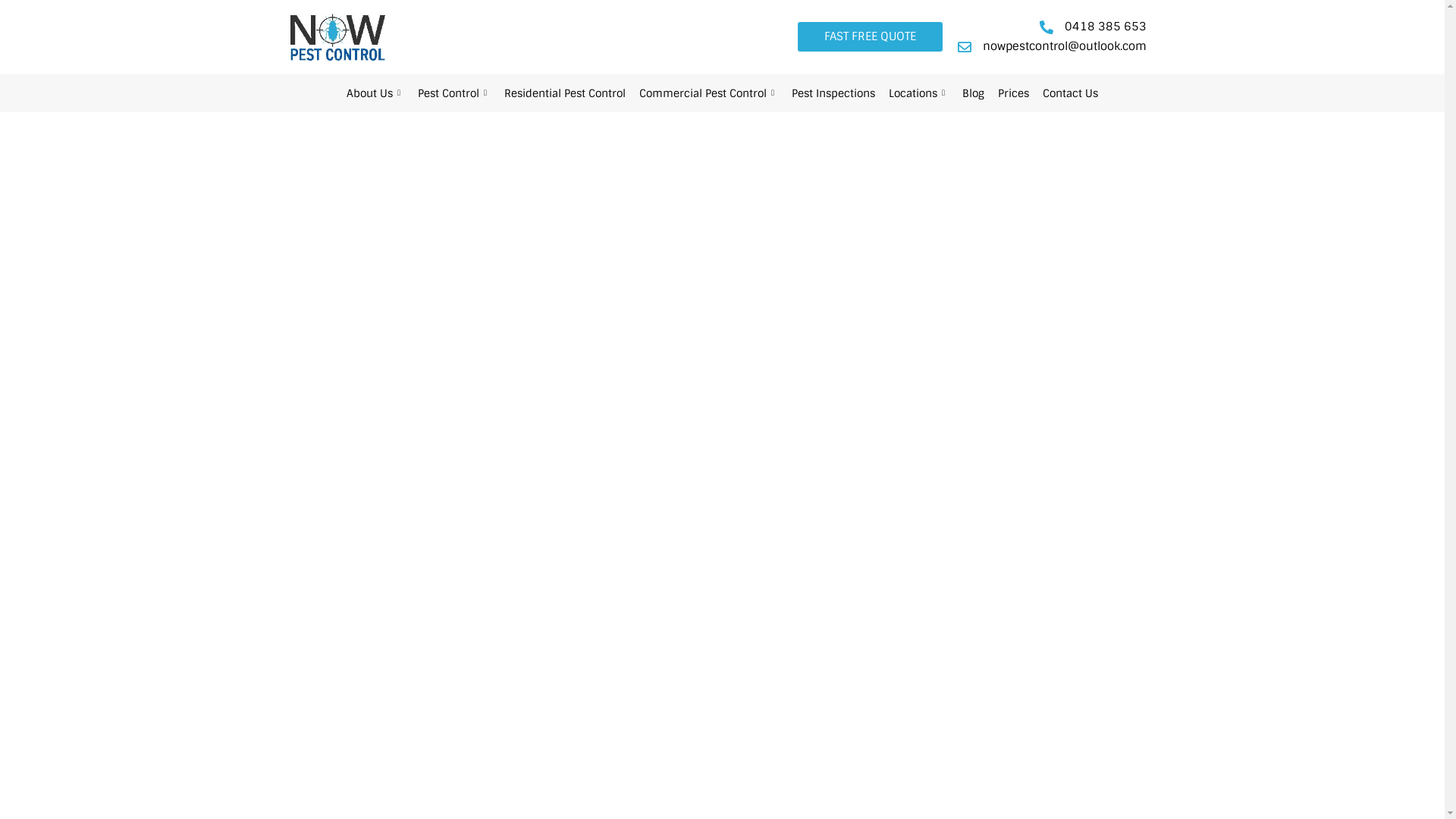  What do you see at coordinates (453, 93) in the screenshot?
I see `'Pest Control'` at bounding box center [453, 93].